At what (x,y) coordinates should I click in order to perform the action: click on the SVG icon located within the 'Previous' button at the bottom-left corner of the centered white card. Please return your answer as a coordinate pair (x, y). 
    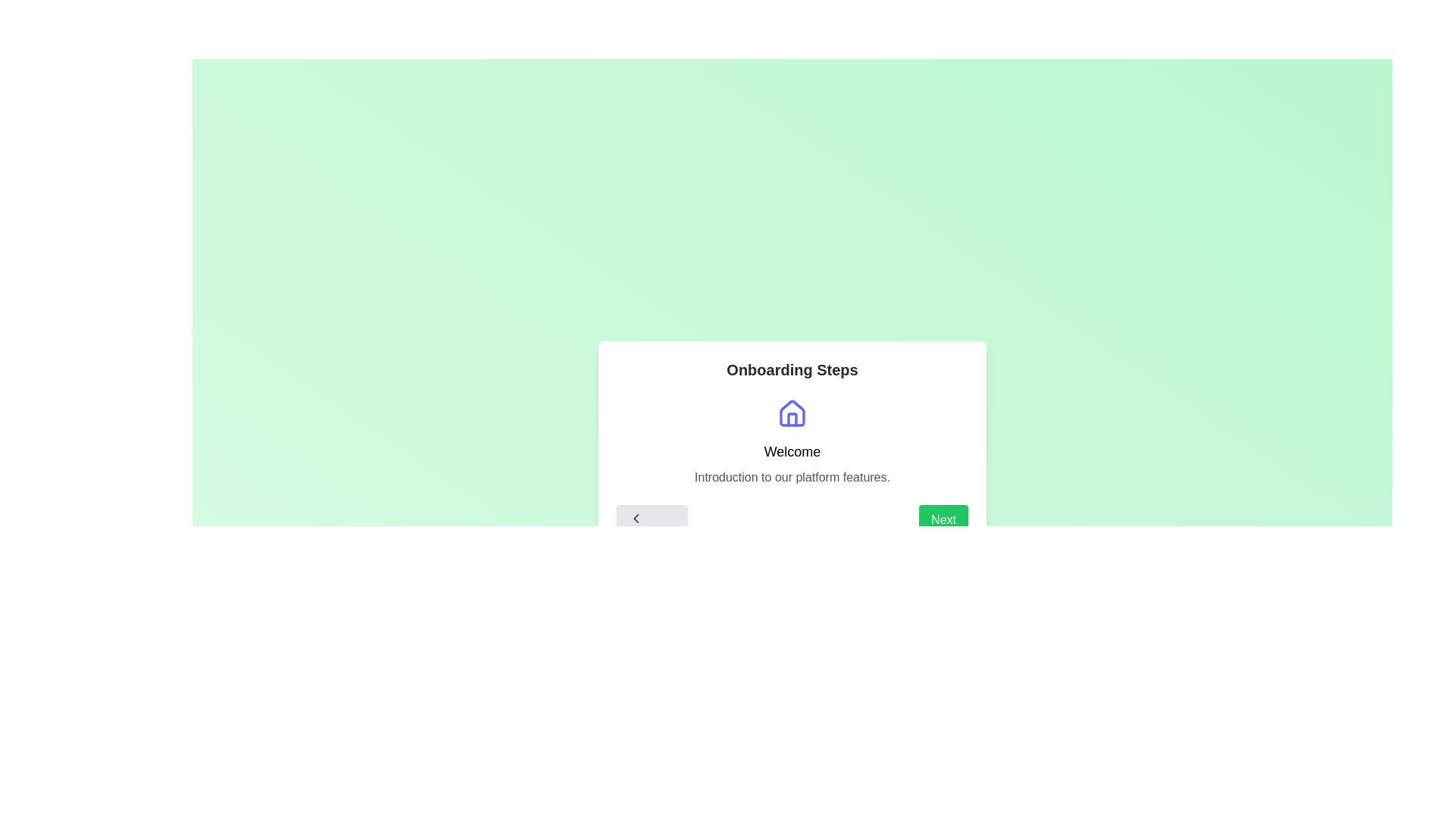
    Looking at the image, I should click on (636, 517).